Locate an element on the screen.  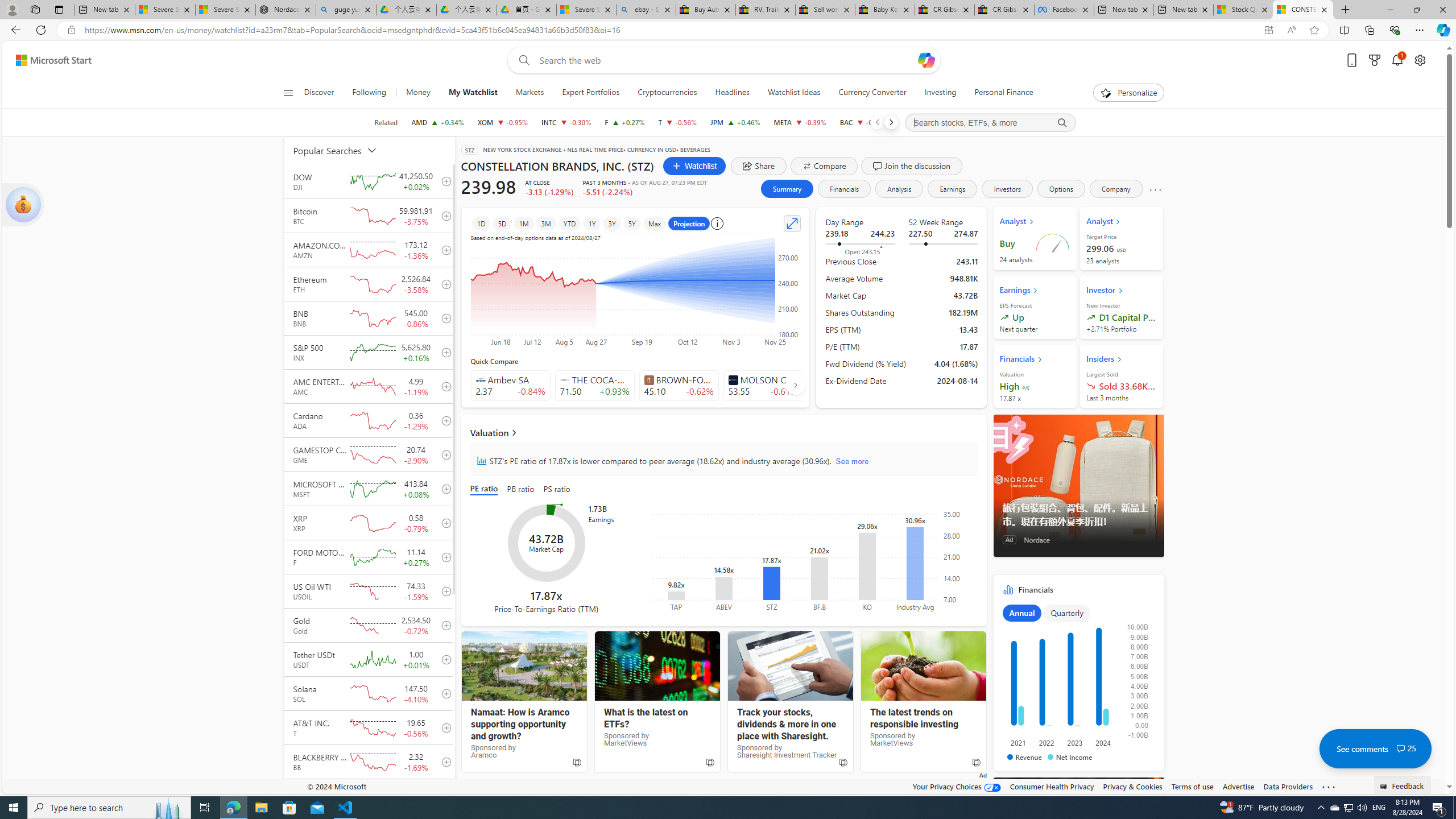
'Projection' is located at coordinates (689, 223).